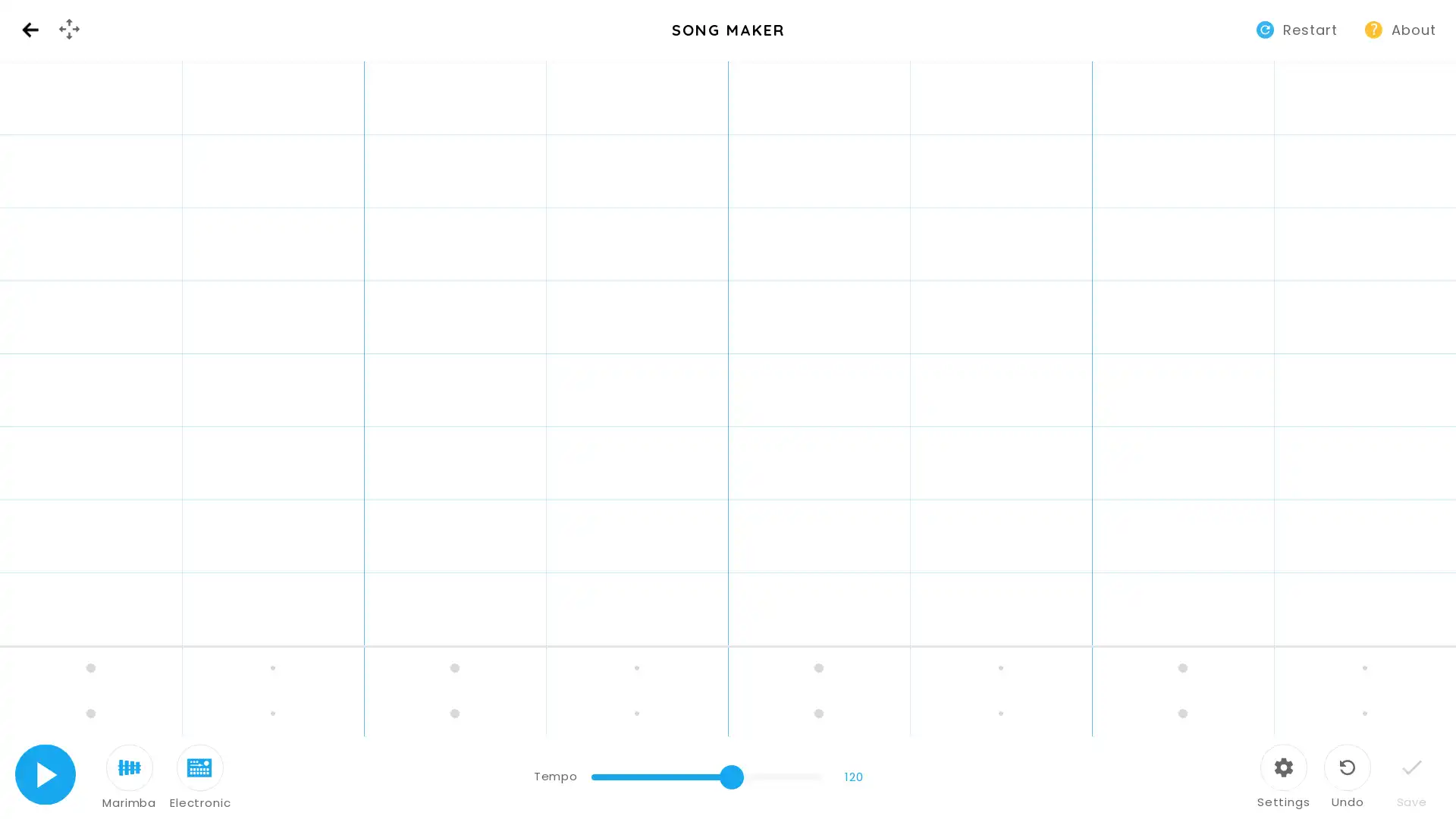  What do you see at coordinates (129, 777) in the screenshot?
I see `Marimba` at bounding box center [129, 777].